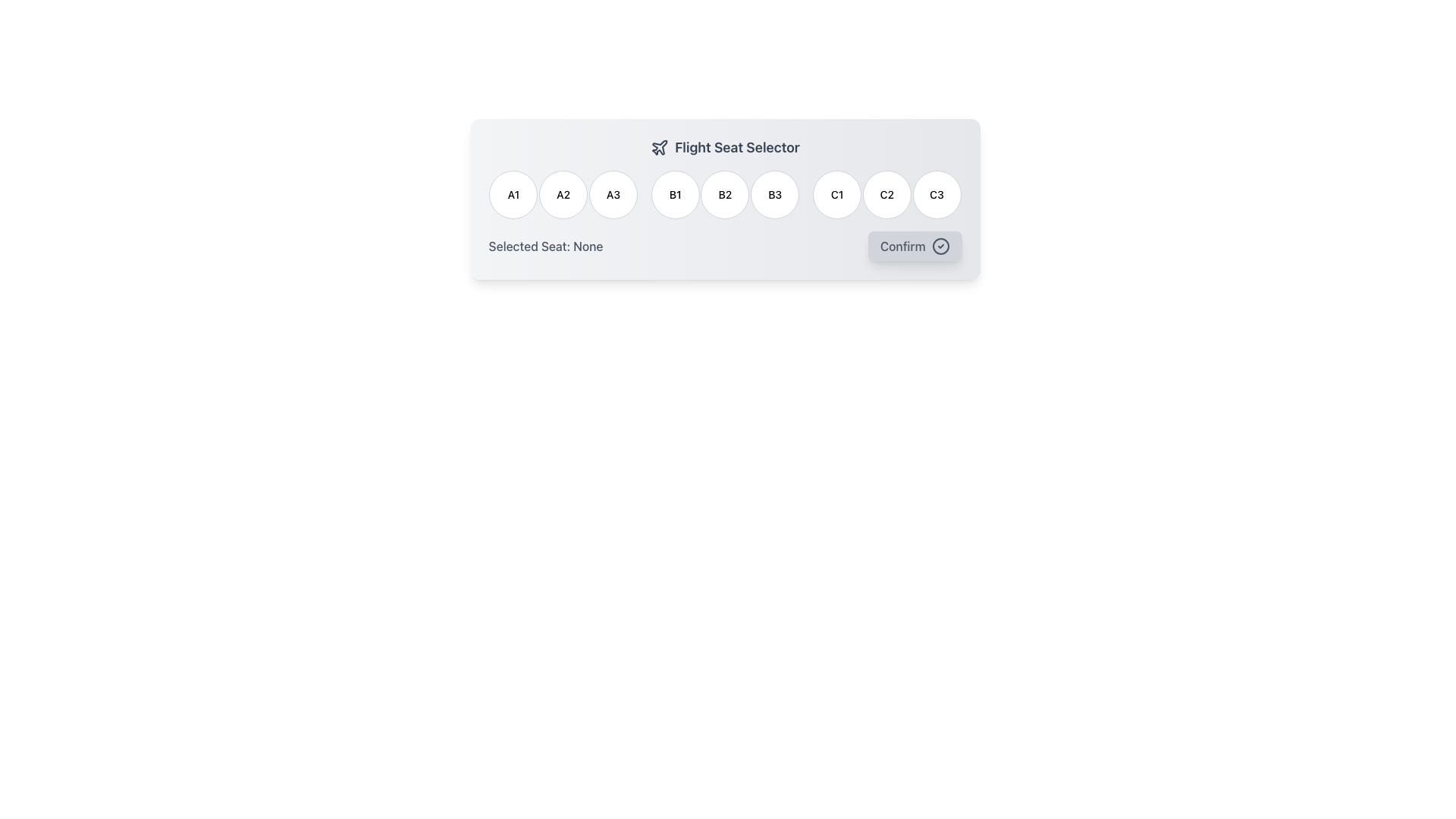 The height and width of the screenshot is (819, 1456). Describe the element at coordinates (724, 148) in the screenshot. I see `the prominent heading titled 'Flight Seat Selector' which is styled with a larger, bold font and includes an airplane icon on the left` at that location.